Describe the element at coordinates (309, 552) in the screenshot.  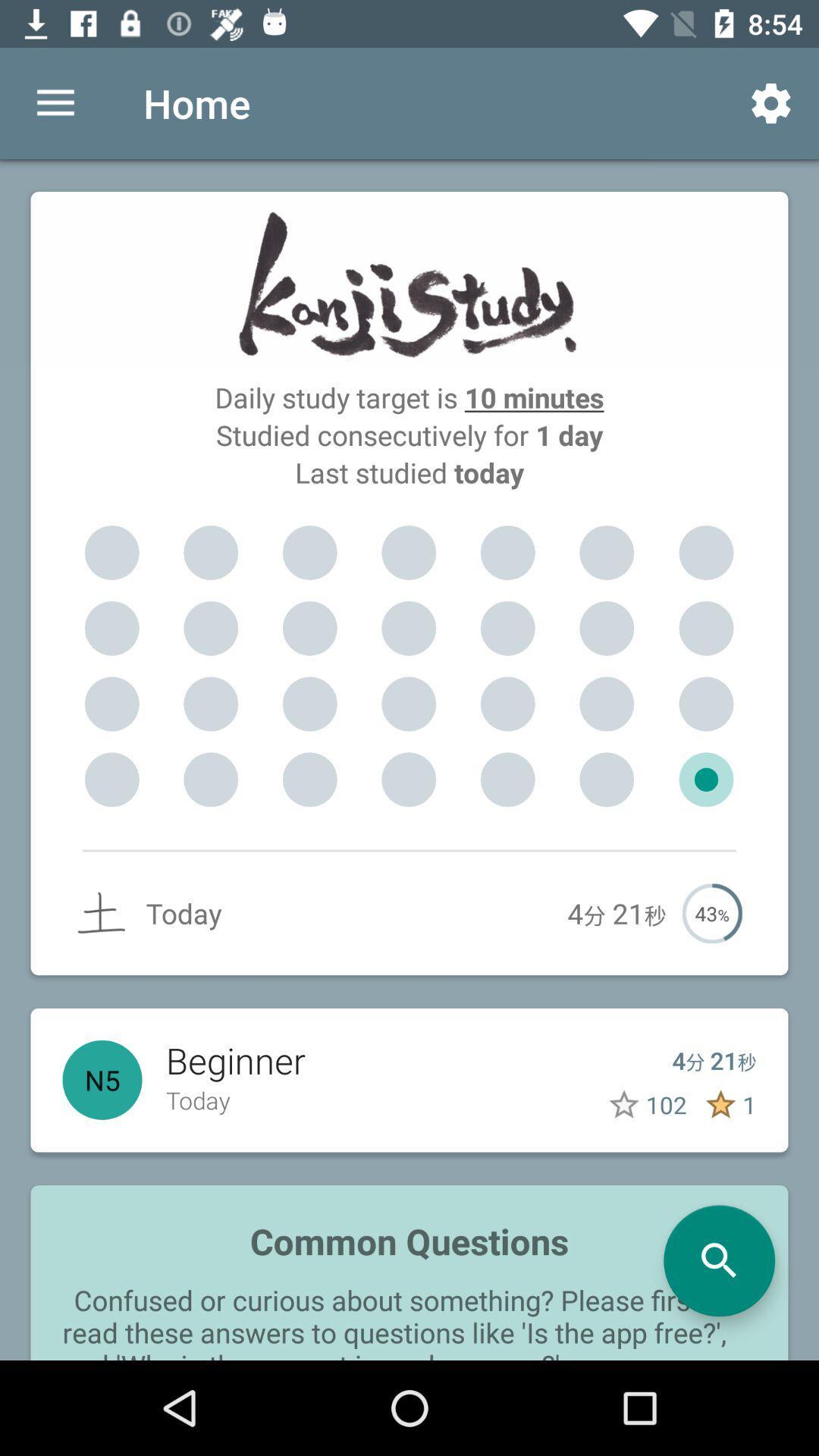
I see `the item below the last studied today icon` at that location.